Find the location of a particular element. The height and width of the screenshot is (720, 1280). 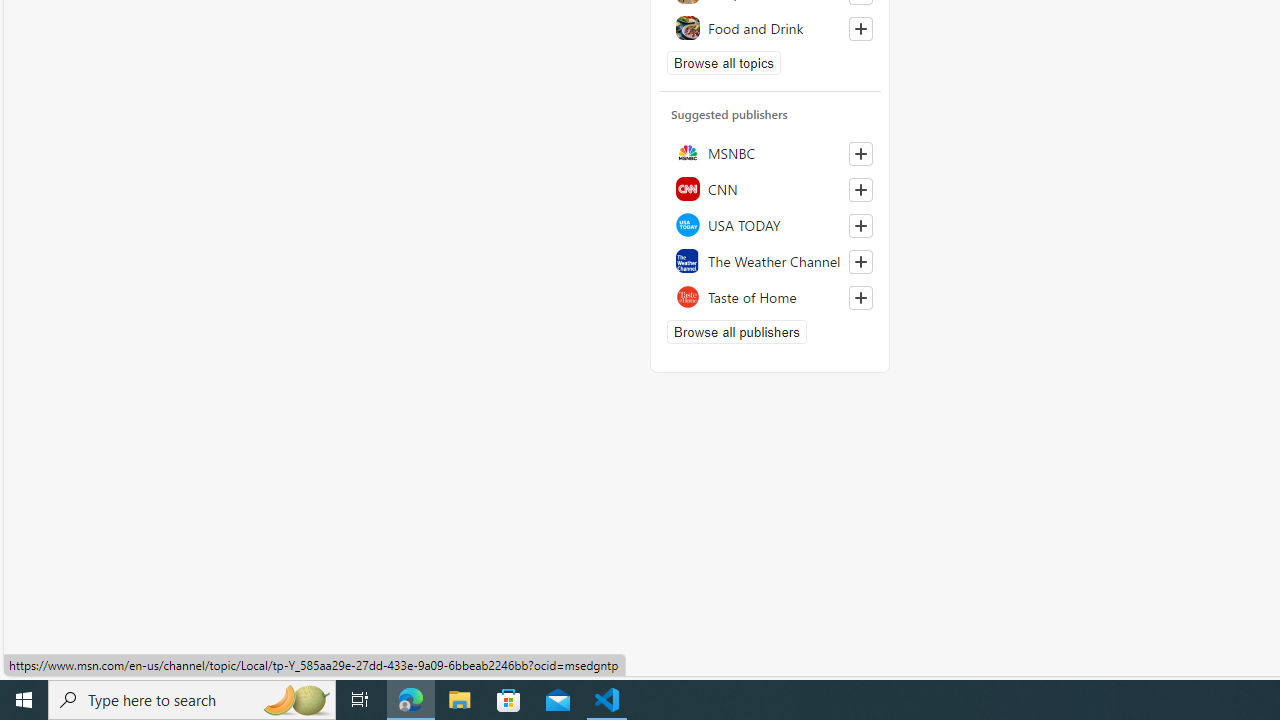

'MSNBC' is located at coordinates (769, 152).